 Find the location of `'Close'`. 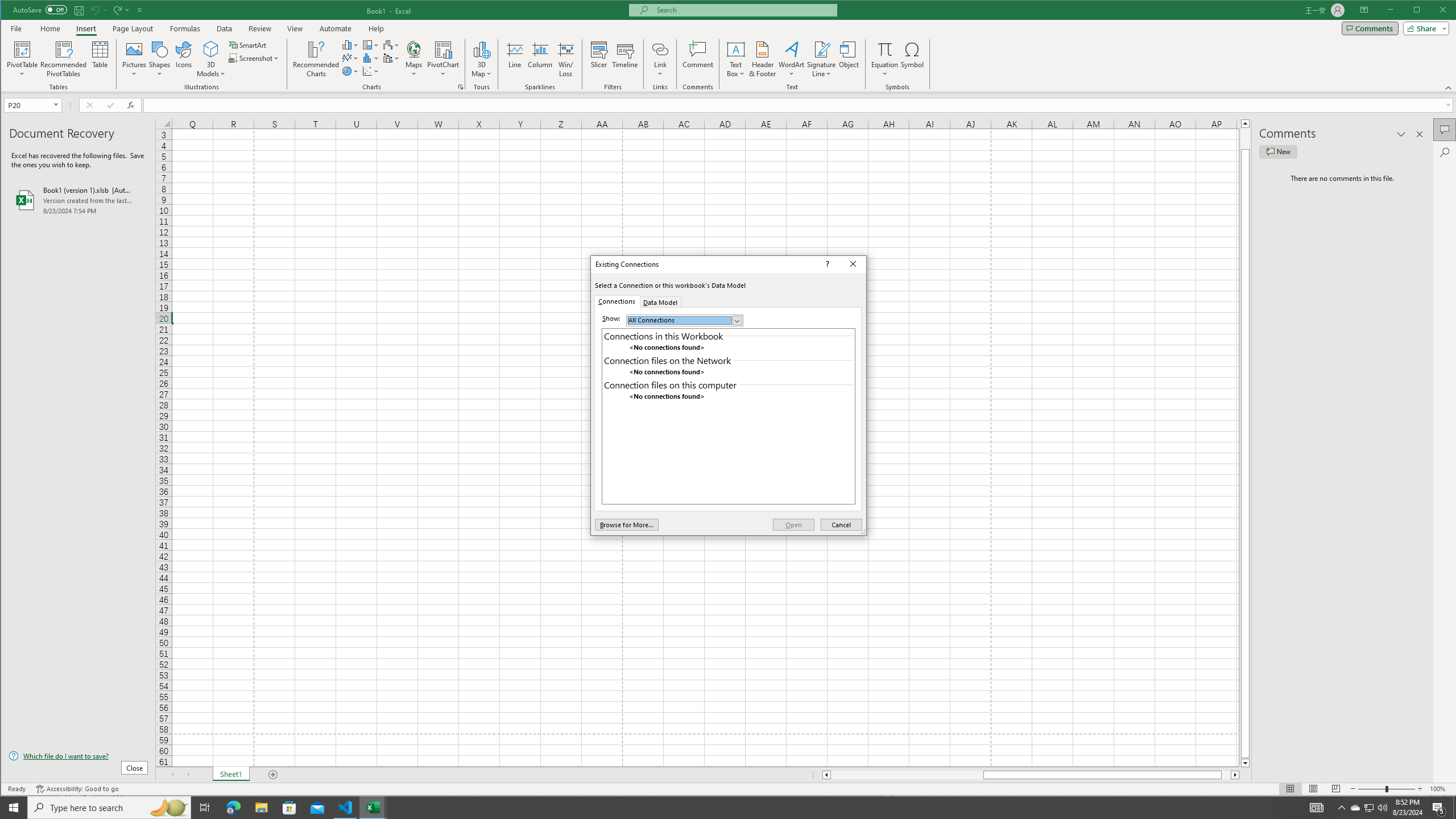

'Close' is located at coordinates (853, 263).